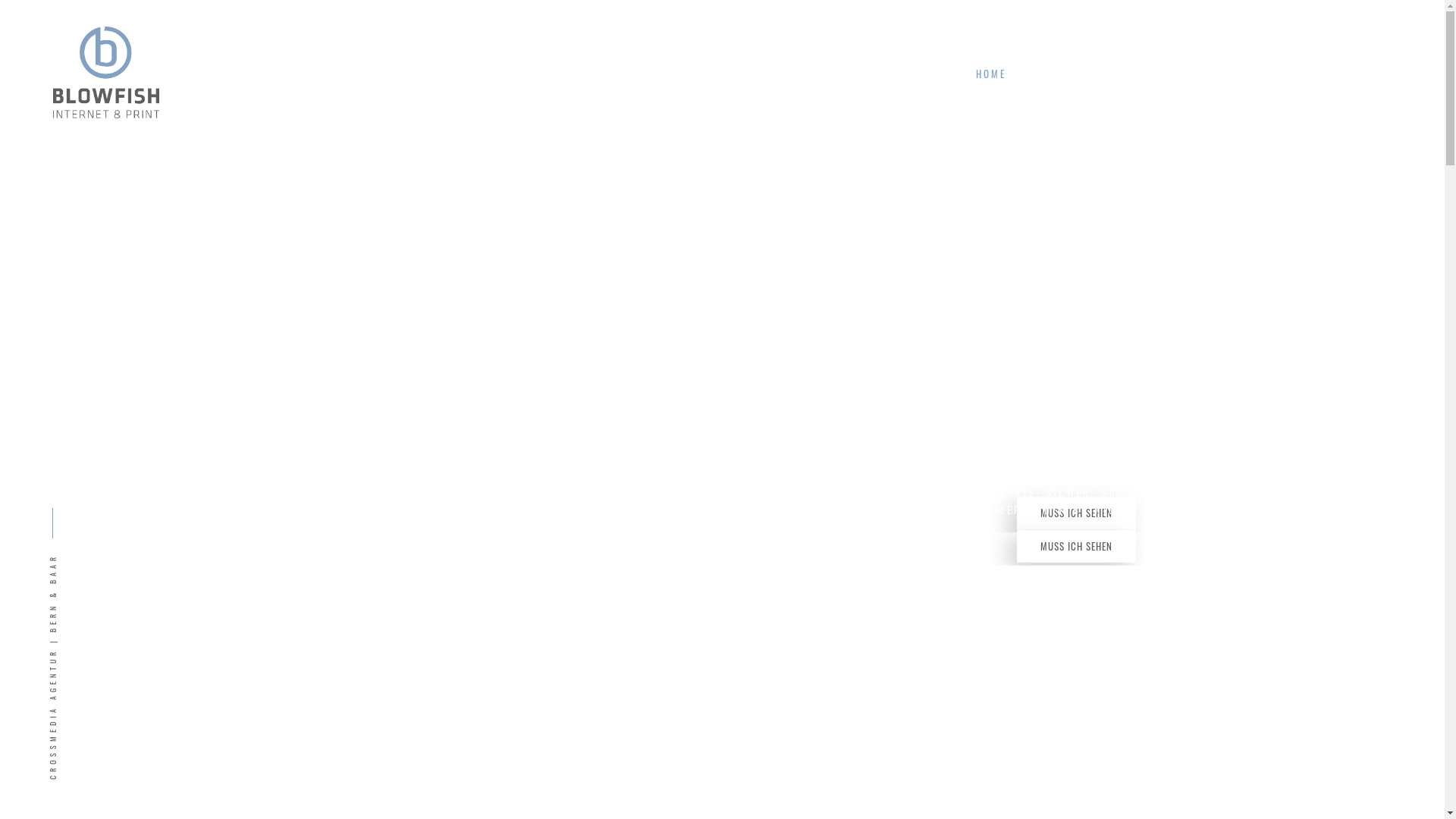 The height and width of the screenshot is (819, 1456). I want to click on 'HALLO!', so click(1244, 74).